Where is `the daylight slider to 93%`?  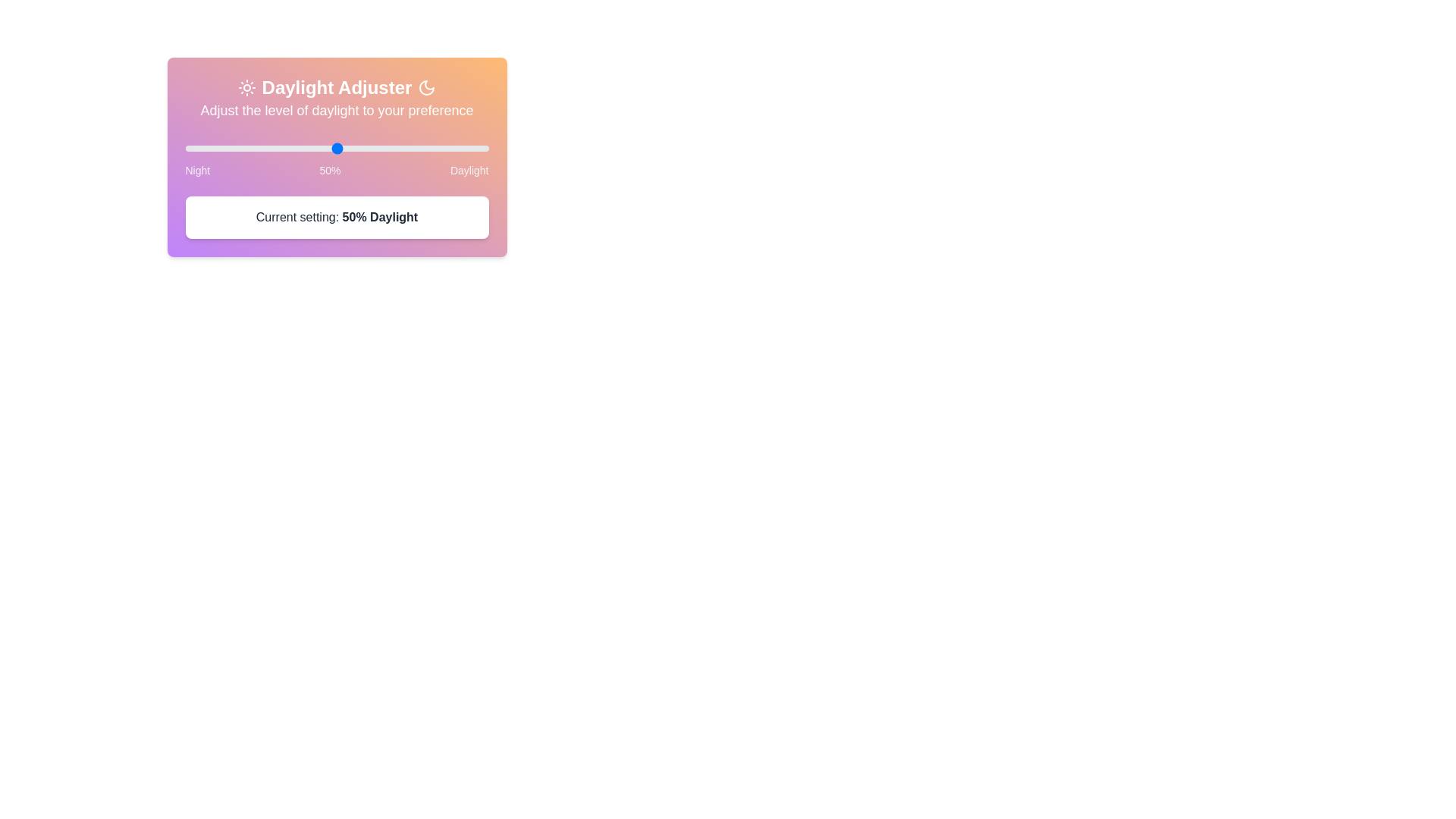 the daylight slider to 93% is located at coordinates (466, 149).